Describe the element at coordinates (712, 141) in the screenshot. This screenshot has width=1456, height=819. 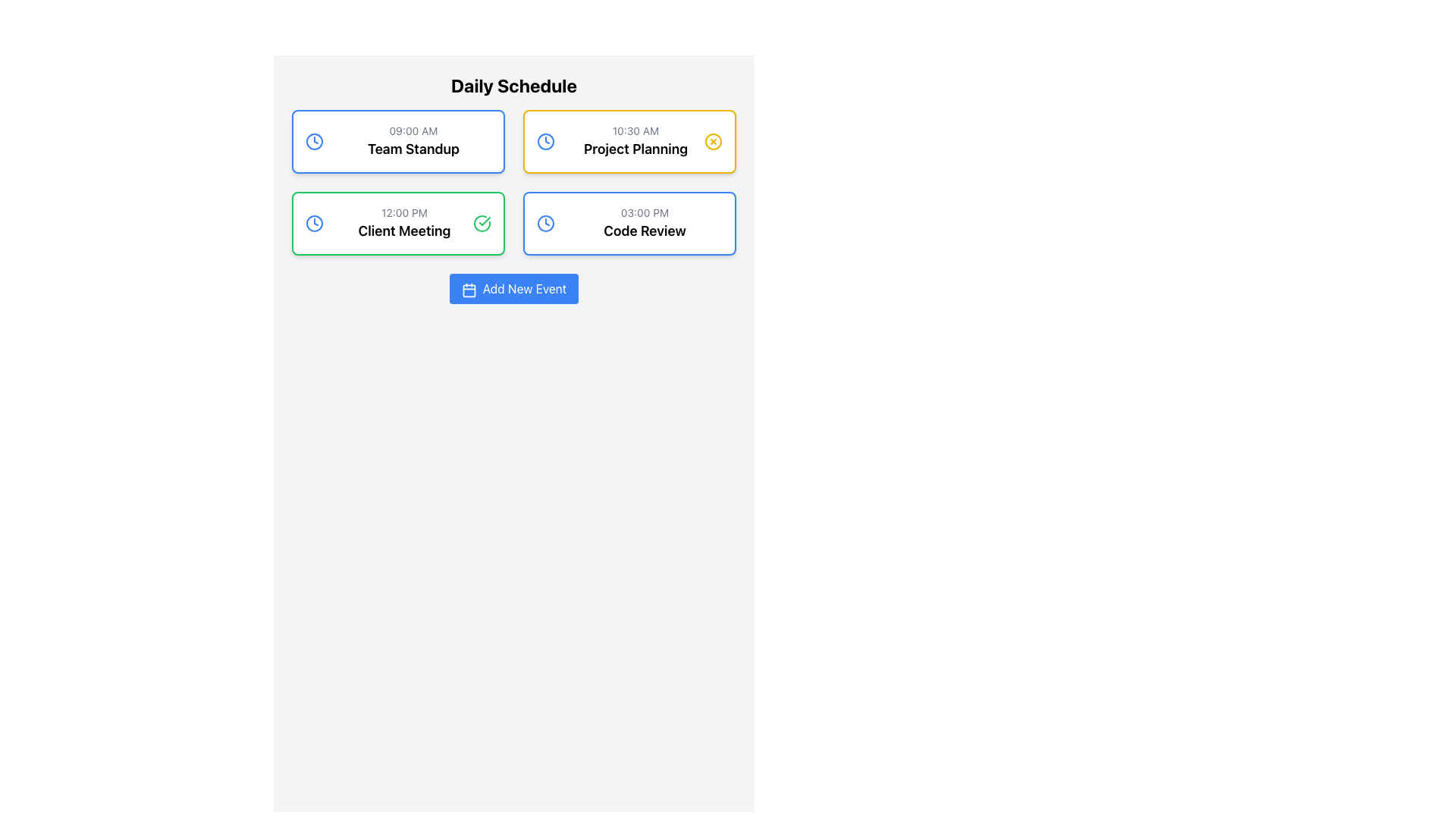
I see `the circular yellow 'X' icon located at the top-right corner of the 'Project Planning' block` at that location.